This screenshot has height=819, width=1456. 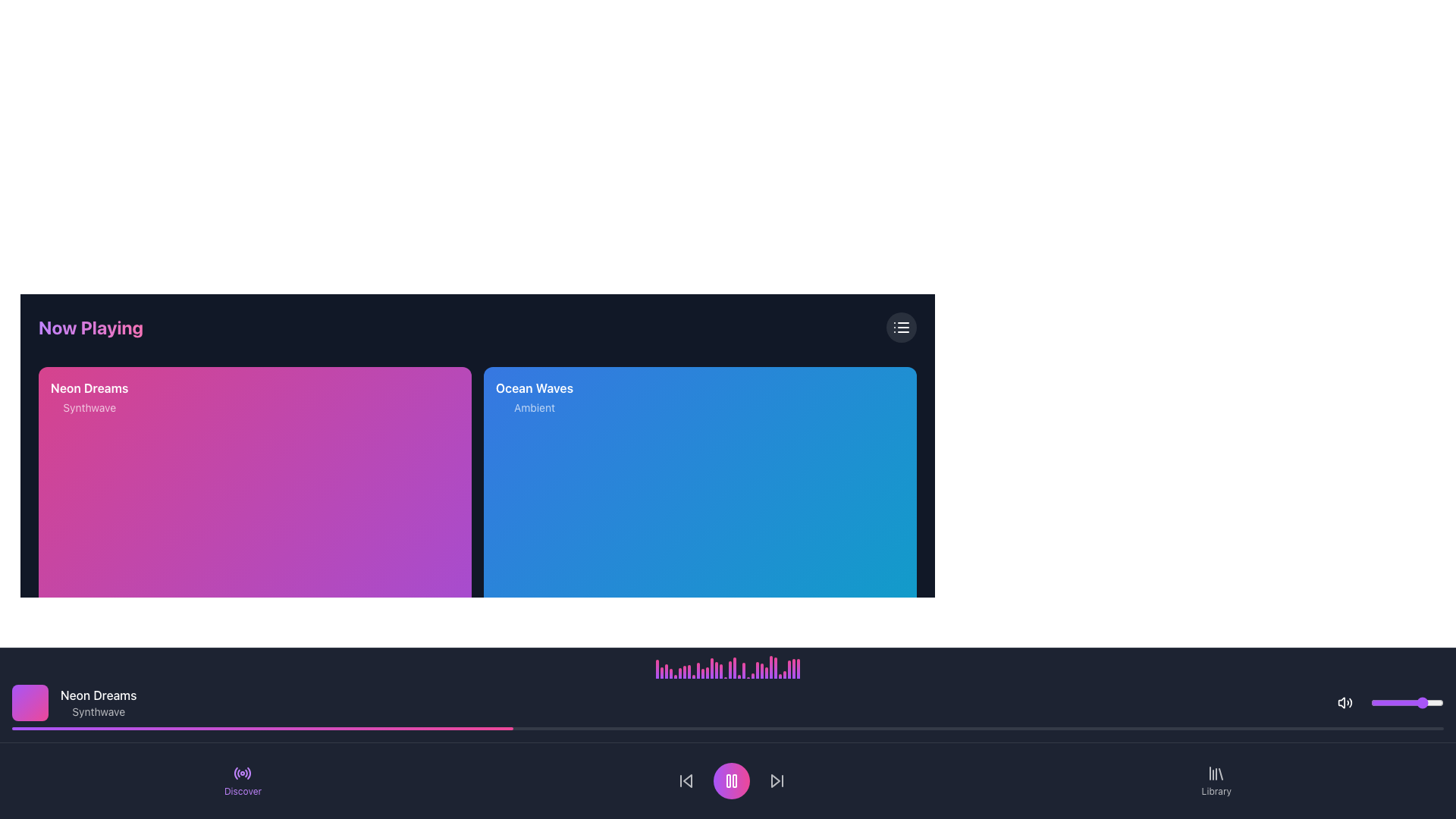 I want to click on the progress visually on the distinct horizontal progress bar located at the bottom of the interface, which has a vibrant gradient fill transitioning from purple to pink, so click(x=728, y=727).